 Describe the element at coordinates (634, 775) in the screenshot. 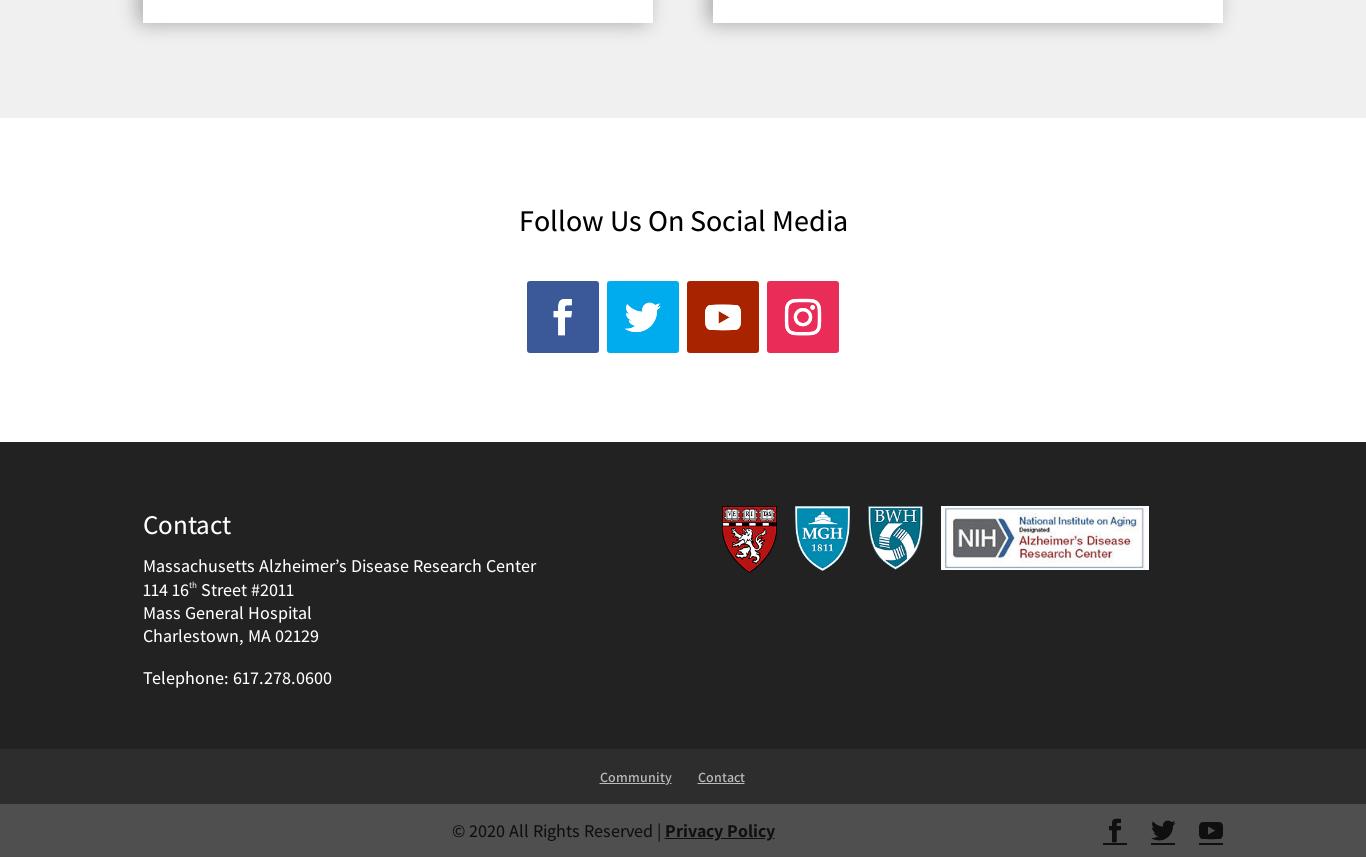

I see `'Community'` at that location.